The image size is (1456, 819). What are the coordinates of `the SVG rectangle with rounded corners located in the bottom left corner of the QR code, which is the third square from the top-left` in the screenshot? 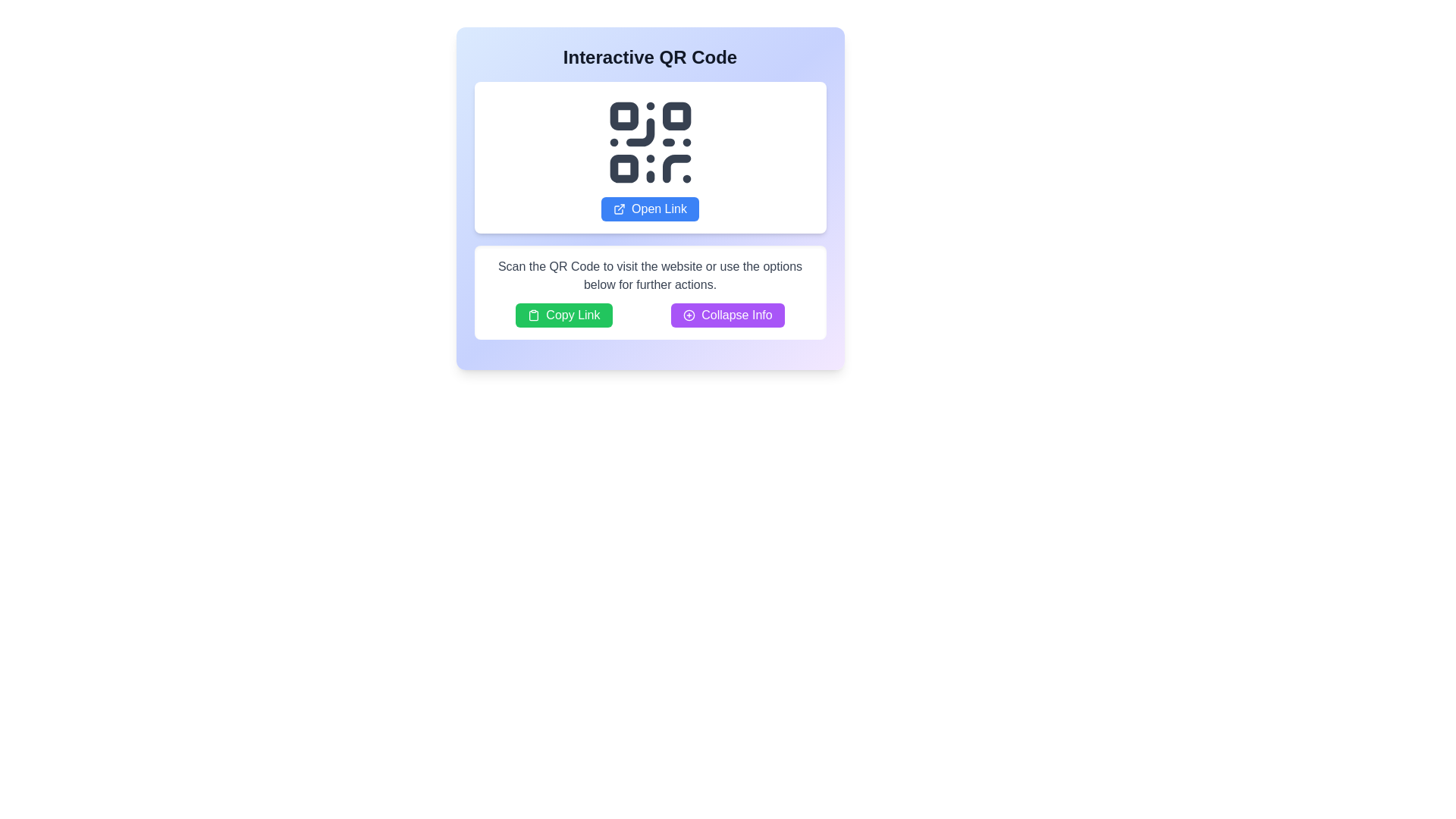 It's located at (623, 168).